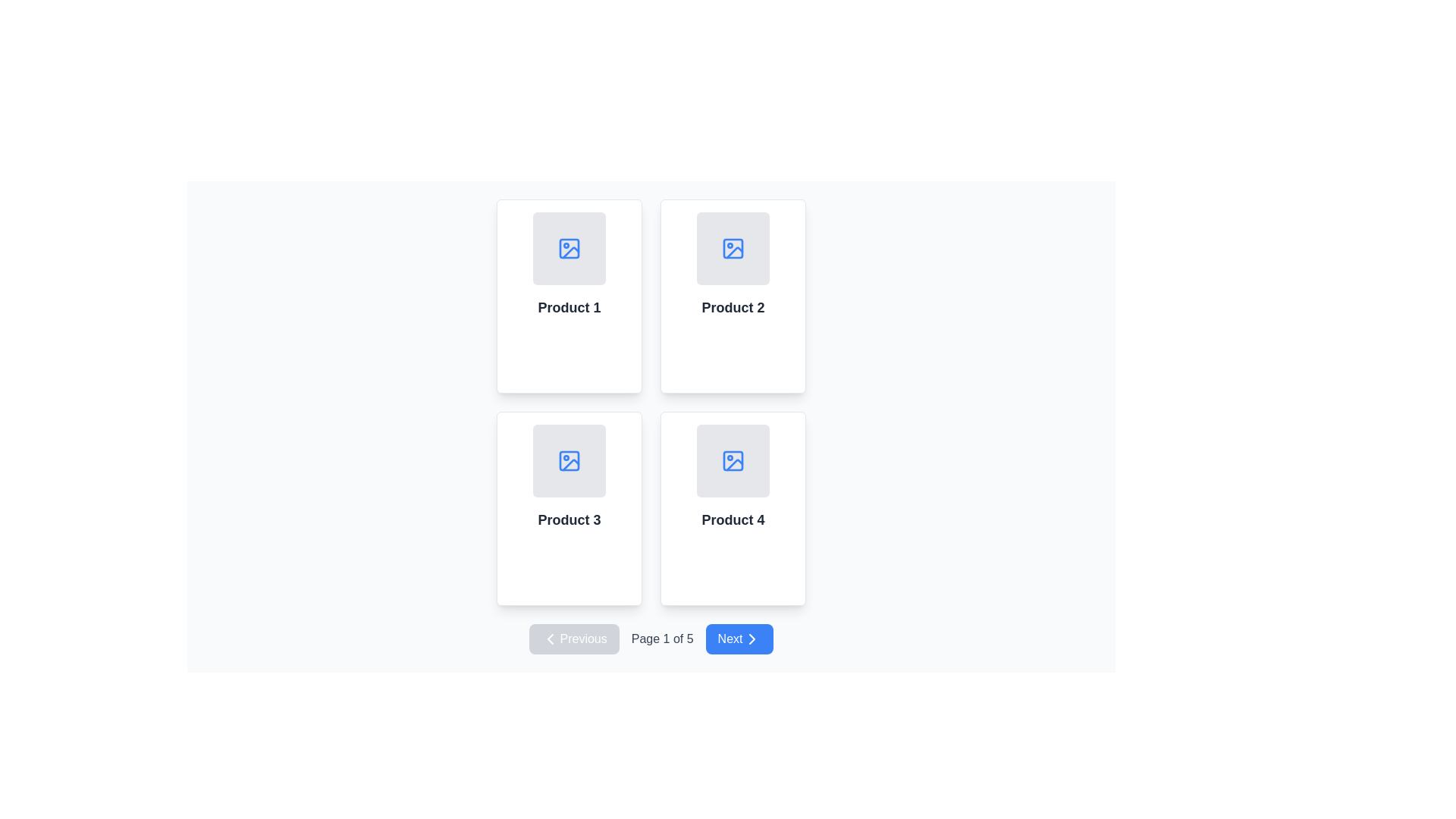 The width and height of the screenshot is (1456, 819). What do you see at coordinates (733, 247) in the screenshot?
I see `the top-left rectangular section of the 'image' icon for 'Product 2', which resembles a picture frame within a larger icon group` at bounding box center [733, 247].